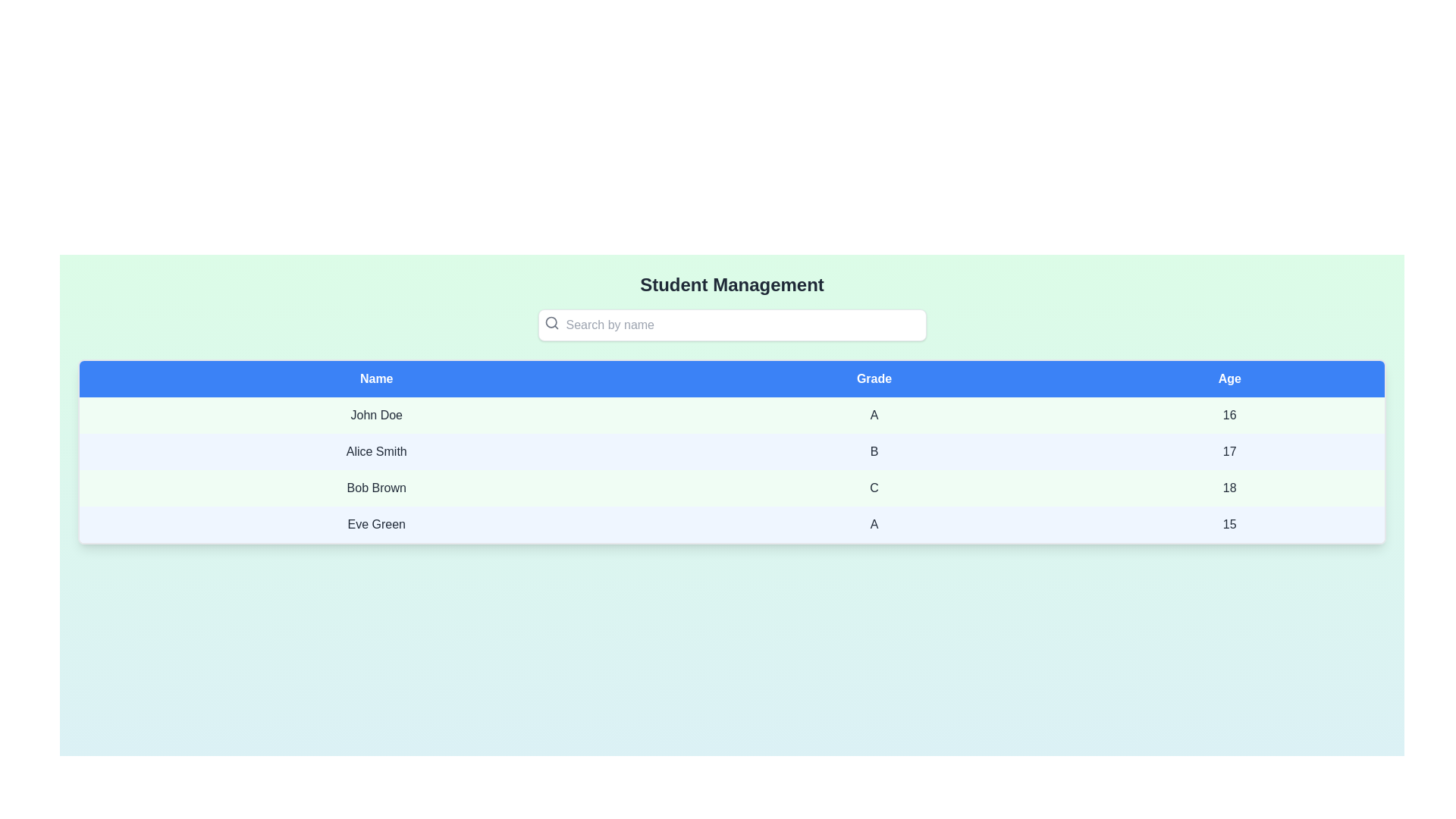 The image size is (1456, 819). What do you see at coordinates (1229, 488) in the screenshot?
I see `the age display element for 'Bob Brown' in the 'Age' column of the table` at bounding box center [1229, 488].